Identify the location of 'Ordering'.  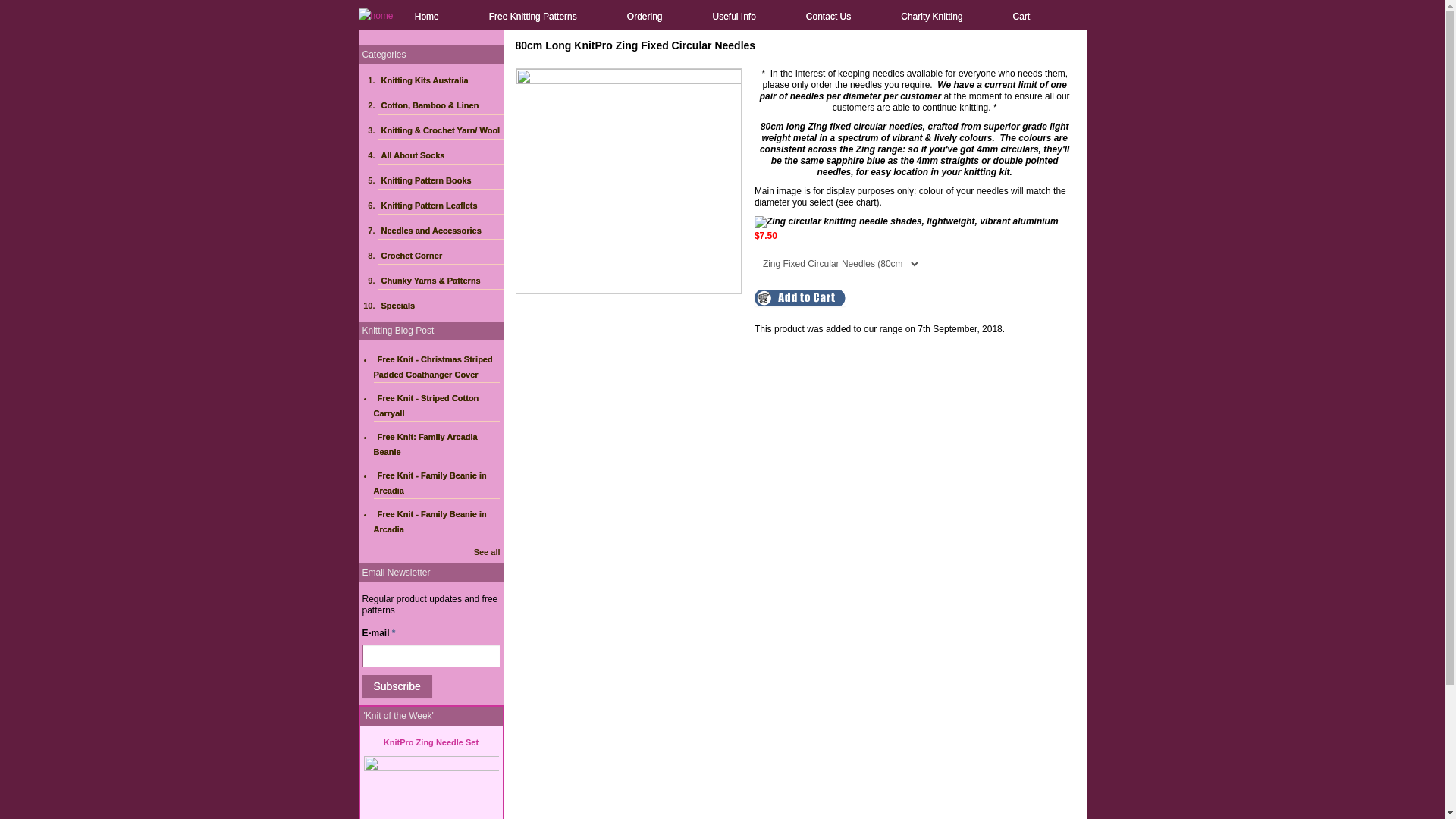
(645, 17).